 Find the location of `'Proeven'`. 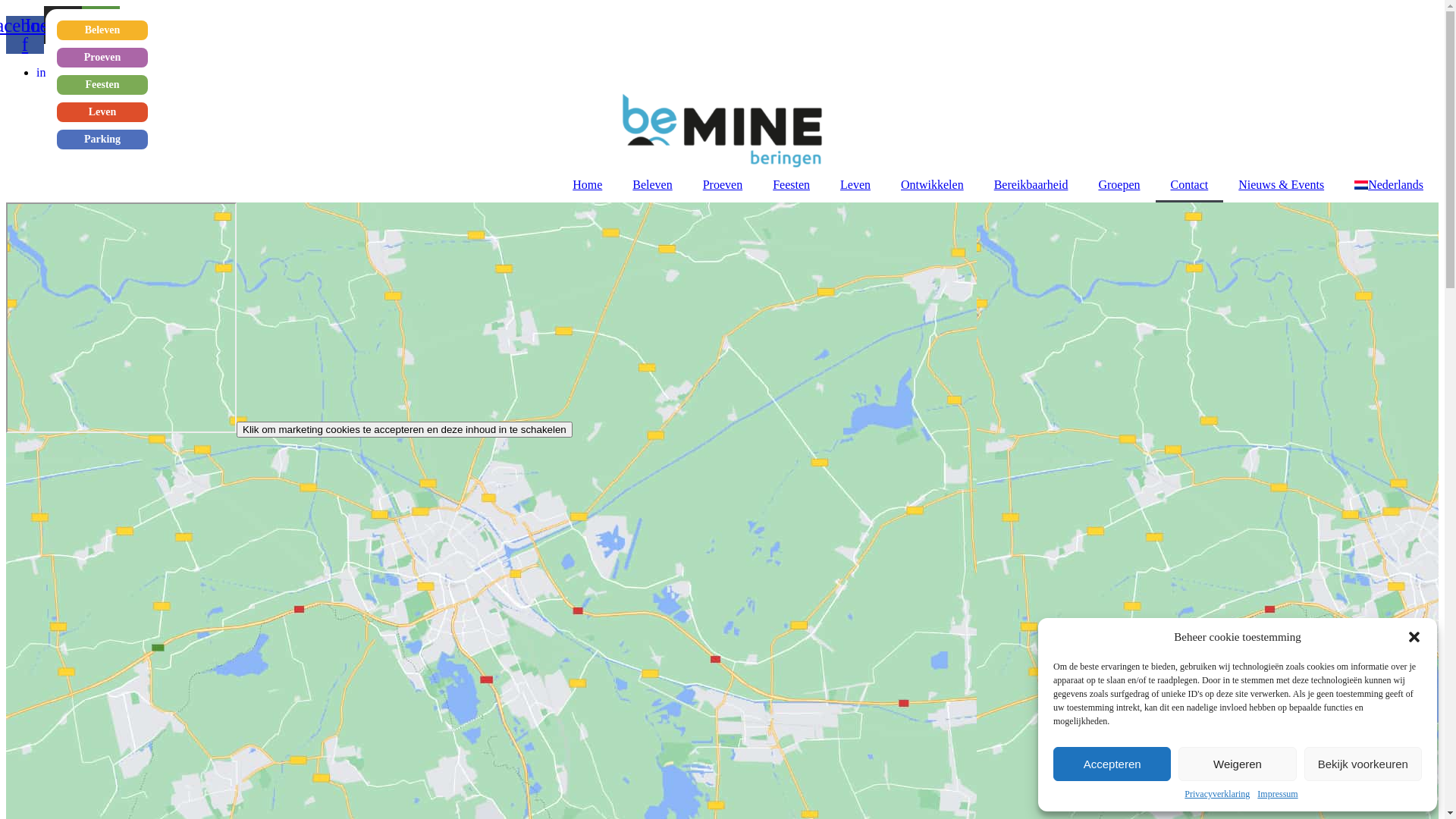

'Proeven' is located at coordinates (722, 184).